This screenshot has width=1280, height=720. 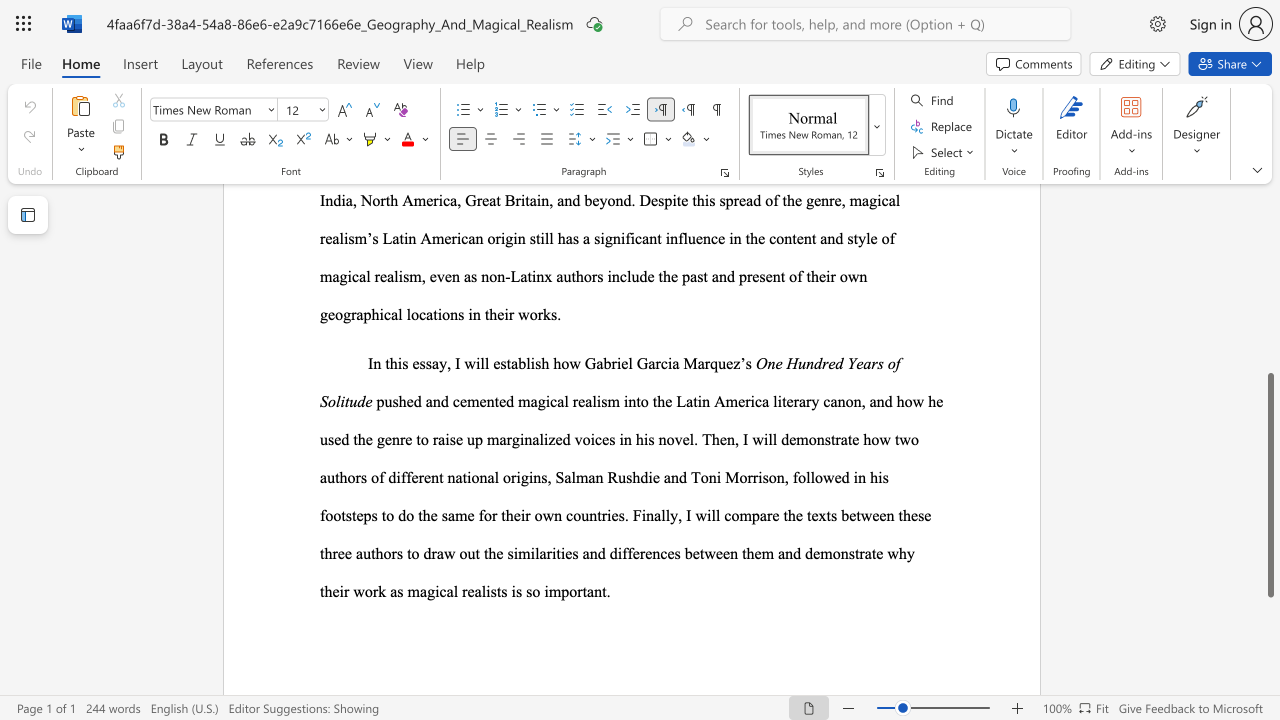 What do you see at coordinates (850, 438) in the screenshot?
I see `the 2th character "t" in the text` at bounding box center [850, 438].